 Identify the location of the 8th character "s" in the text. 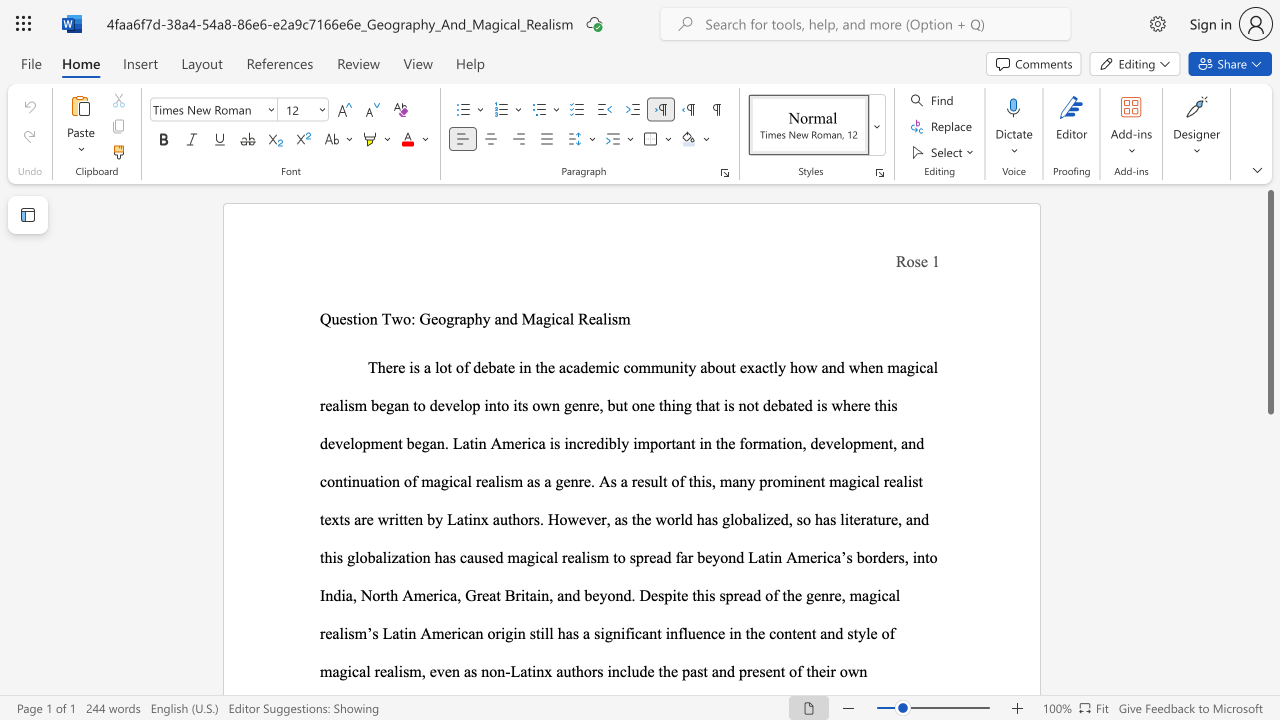
(507, 481).